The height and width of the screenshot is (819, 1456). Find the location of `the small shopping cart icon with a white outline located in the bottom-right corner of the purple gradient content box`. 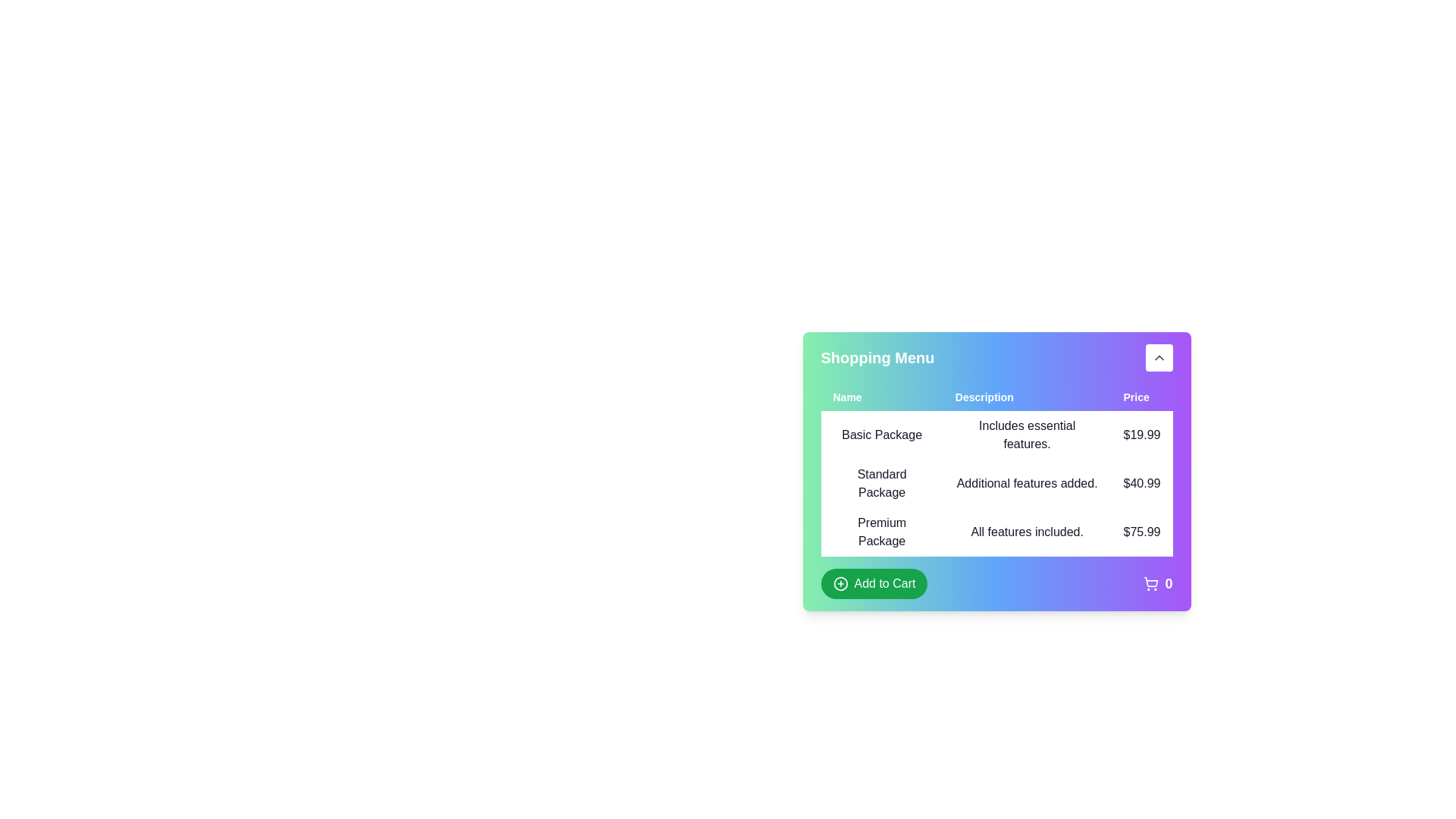

the small shopping cart icon with a white outline located in the bottom-right corner of the purple gradient content box is located at coordinates (1151, 583).